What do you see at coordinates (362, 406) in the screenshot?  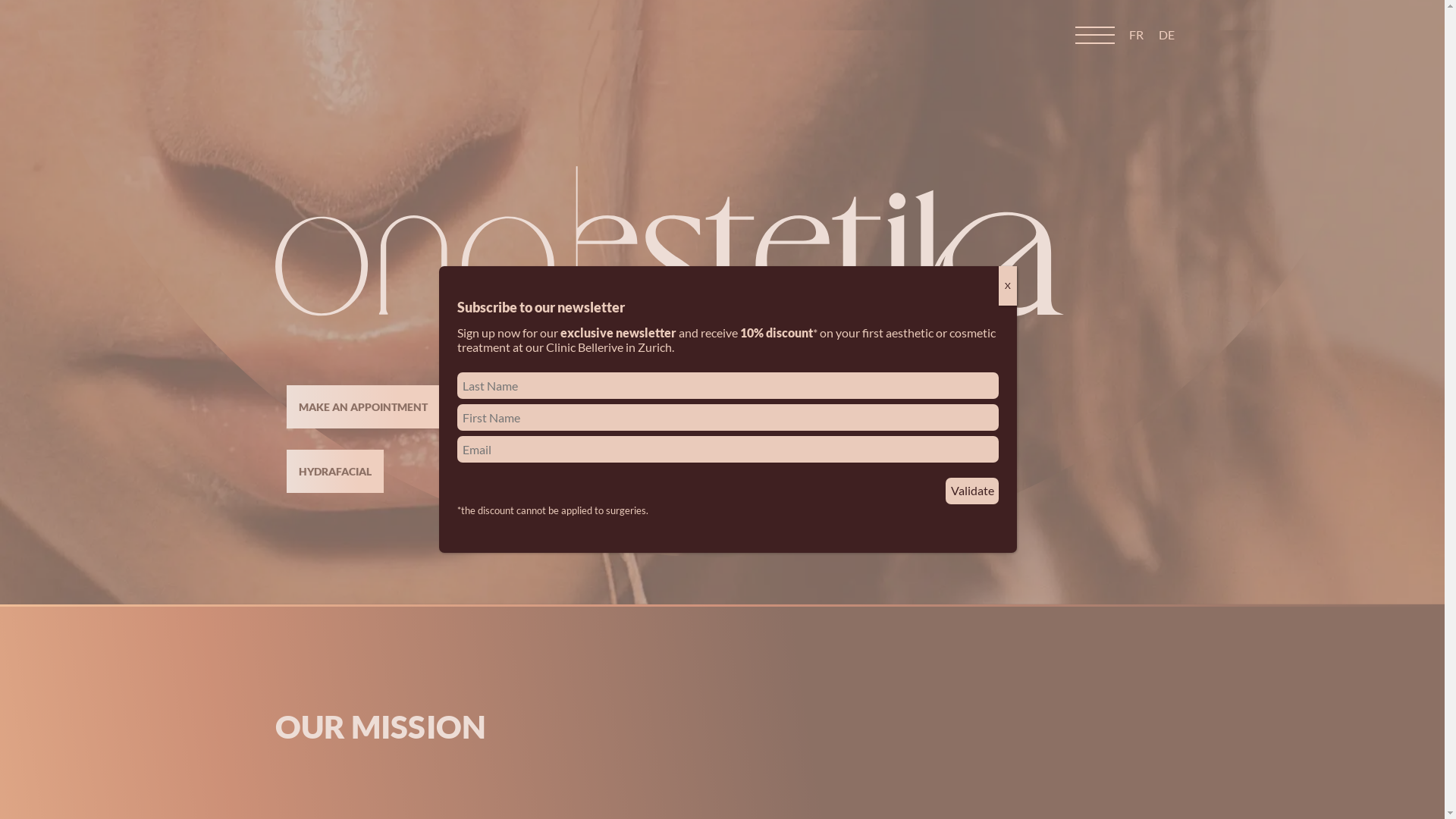 I see `'MAKE AN APPOINTMENT'` at bounding box center [362, 406].